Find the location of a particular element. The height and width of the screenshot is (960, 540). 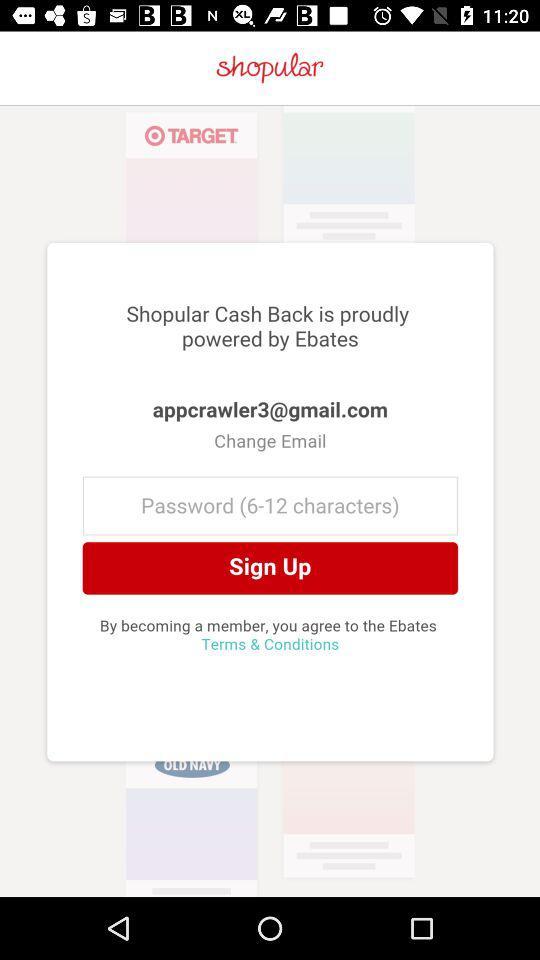

color print is located at coordinates (270, 500).